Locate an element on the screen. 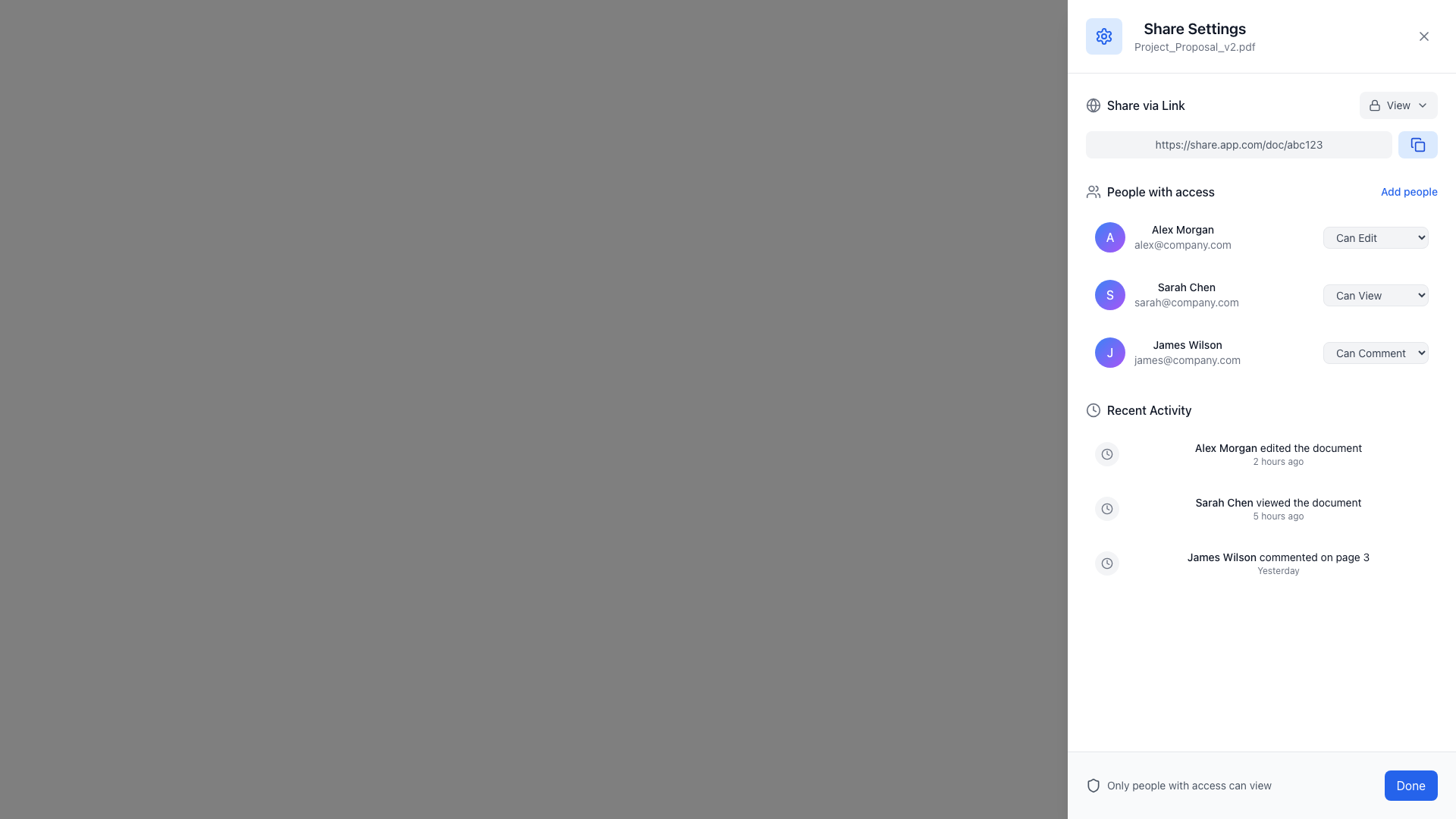 Image resolution: width=1456 pixels, height=819 pixels. the static text label displaying the file name 'Project_Proposal_v2.pdf', which is located directly below the heading 'Share Settings' in the upper right section of the interface is located at coordinates (1194, 45).